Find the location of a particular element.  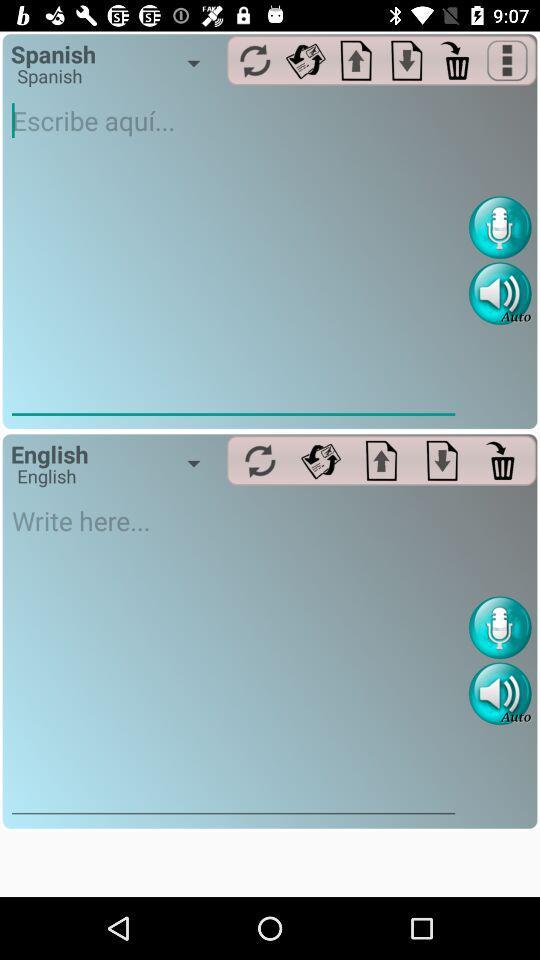

delete button is located at coordinates (502, 460).